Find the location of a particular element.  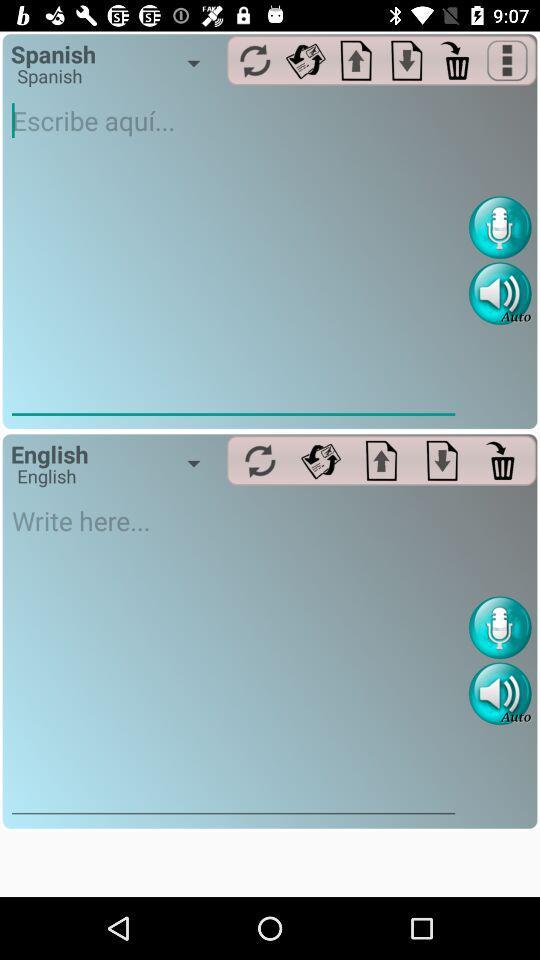

delete button is located at coordinates (502, 460).